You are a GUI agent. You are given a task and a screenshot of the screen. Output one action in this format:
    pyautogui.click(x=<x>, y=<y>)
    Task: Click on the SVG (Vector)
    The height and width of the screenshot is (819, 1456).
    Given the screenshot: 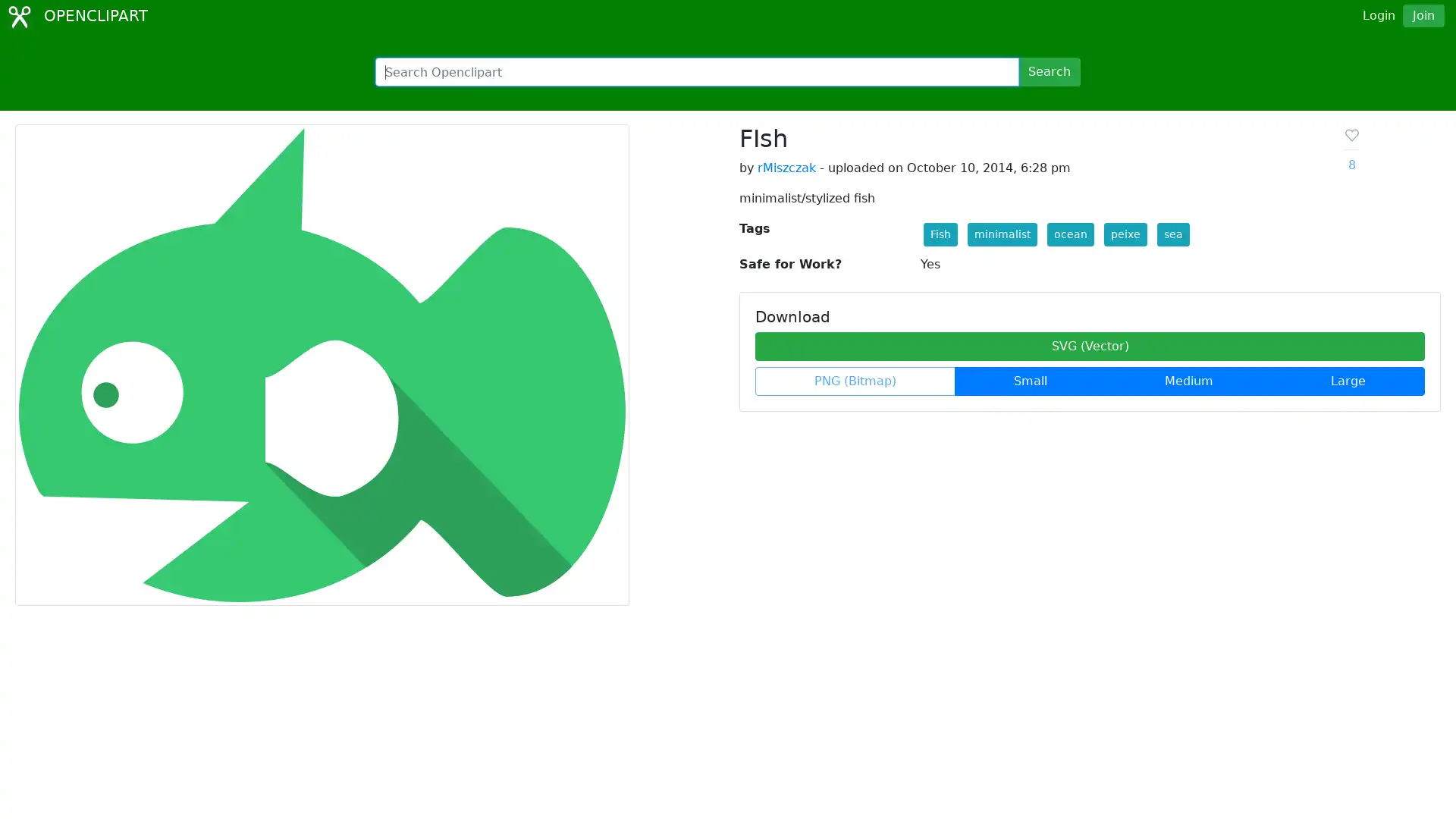 What is the action you would take?
    pyautogui.click(x=1089, y=346)
    